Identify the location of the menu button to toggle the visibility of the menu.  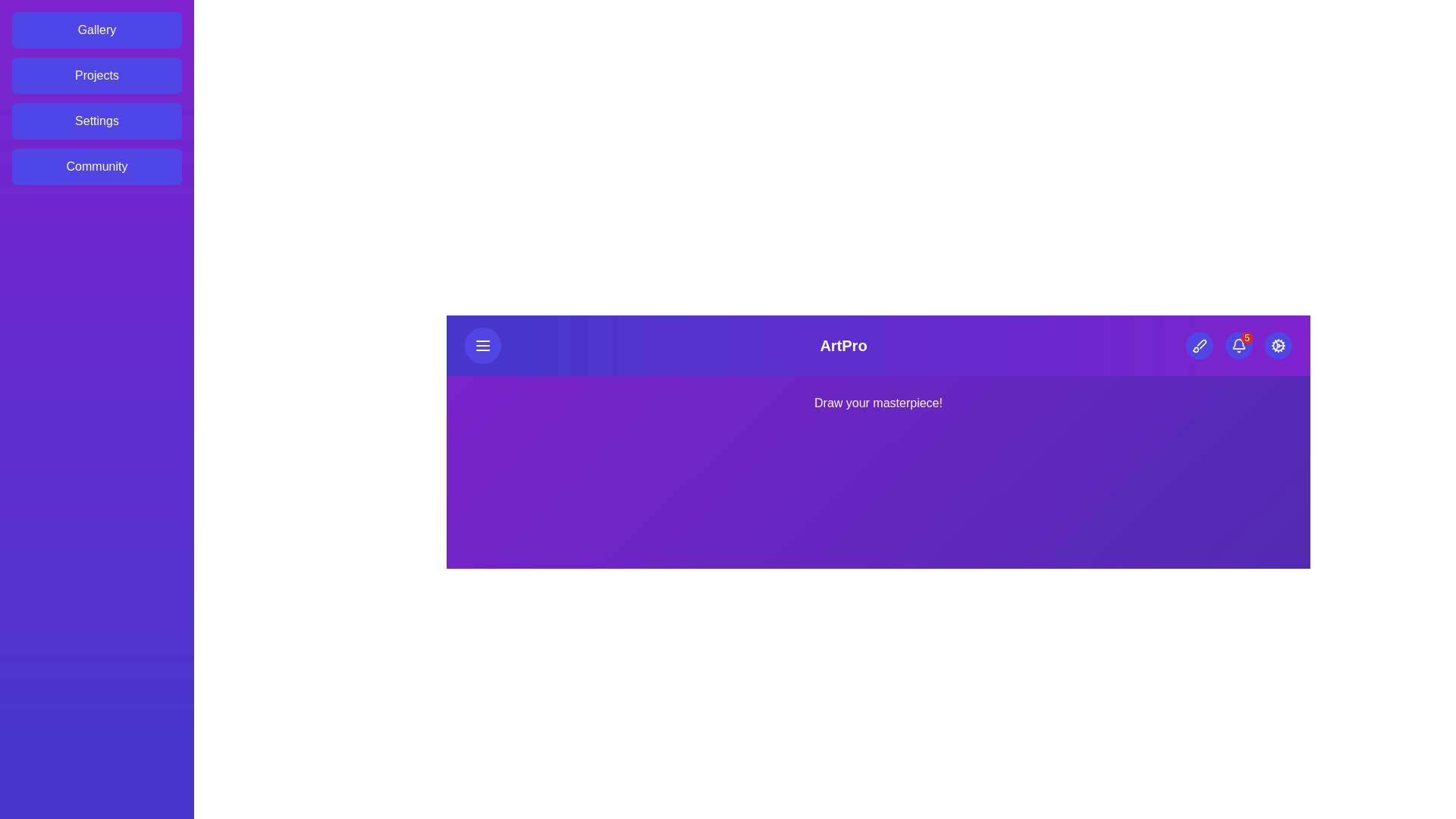
(482, 345).